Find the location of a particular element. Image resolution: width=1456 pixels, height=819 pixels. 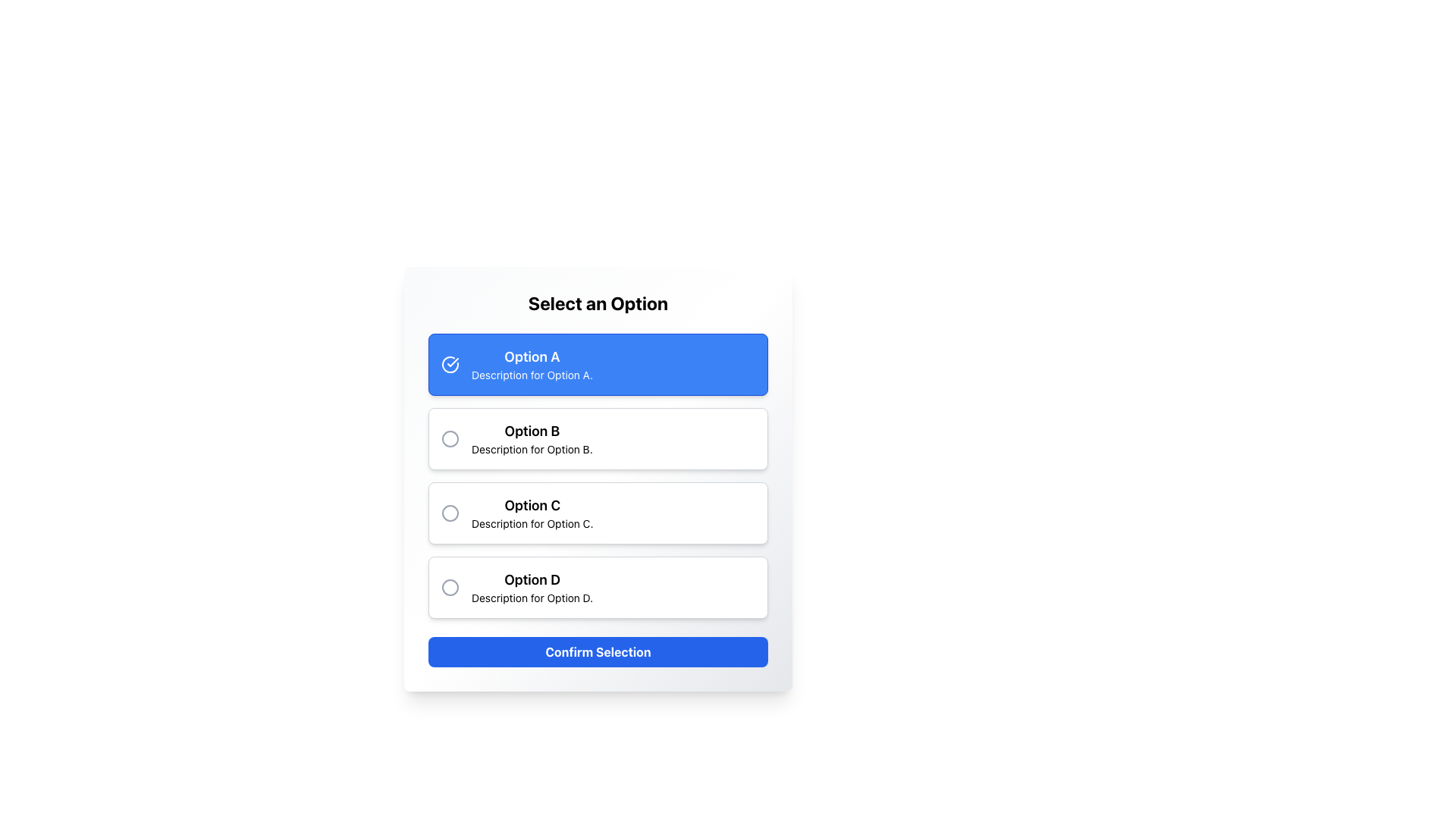

the 'Option B' text label which serves as a title for the corresponding option in the selection list is located at coordinates (532, 431).